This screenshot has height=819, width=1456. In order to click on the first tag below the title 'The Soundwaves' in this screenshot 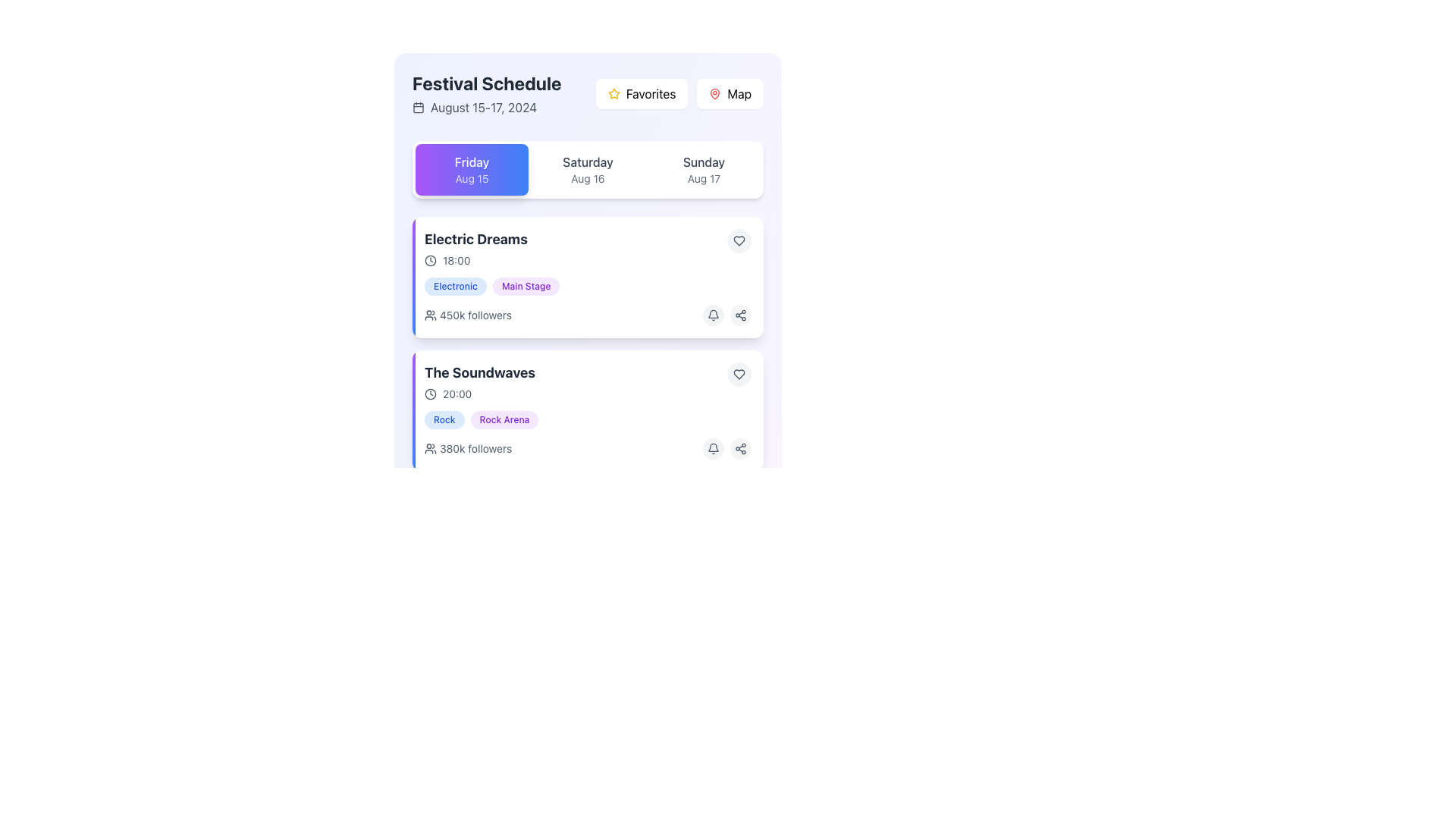, I will do `click(444, 420)`.